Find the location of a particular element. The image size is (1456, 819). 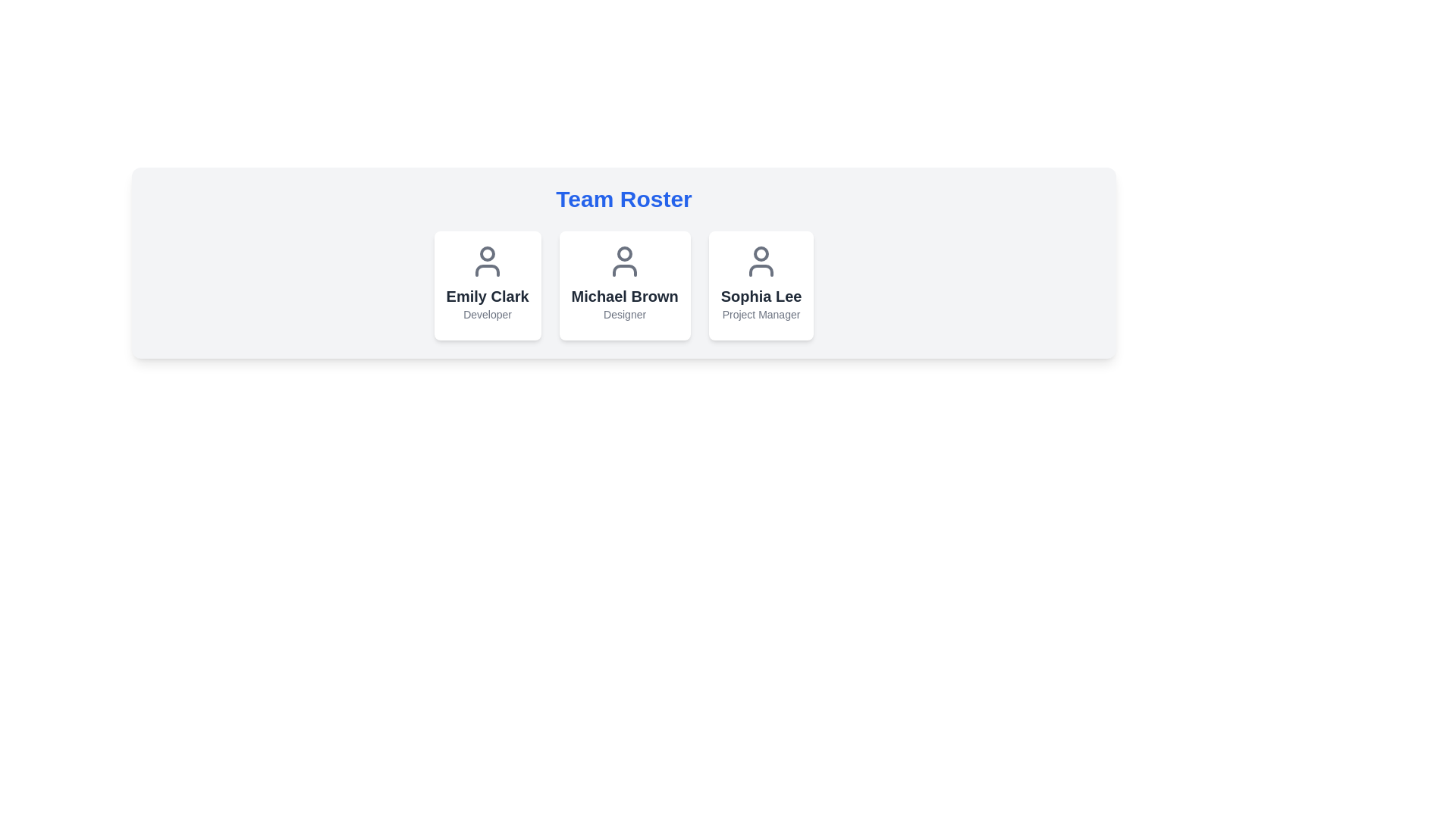

text label displaying 'Developer', which is styled in a small gray font and located below the name 'Emily Clark' within the card interface is located at coordinates (488, 314).